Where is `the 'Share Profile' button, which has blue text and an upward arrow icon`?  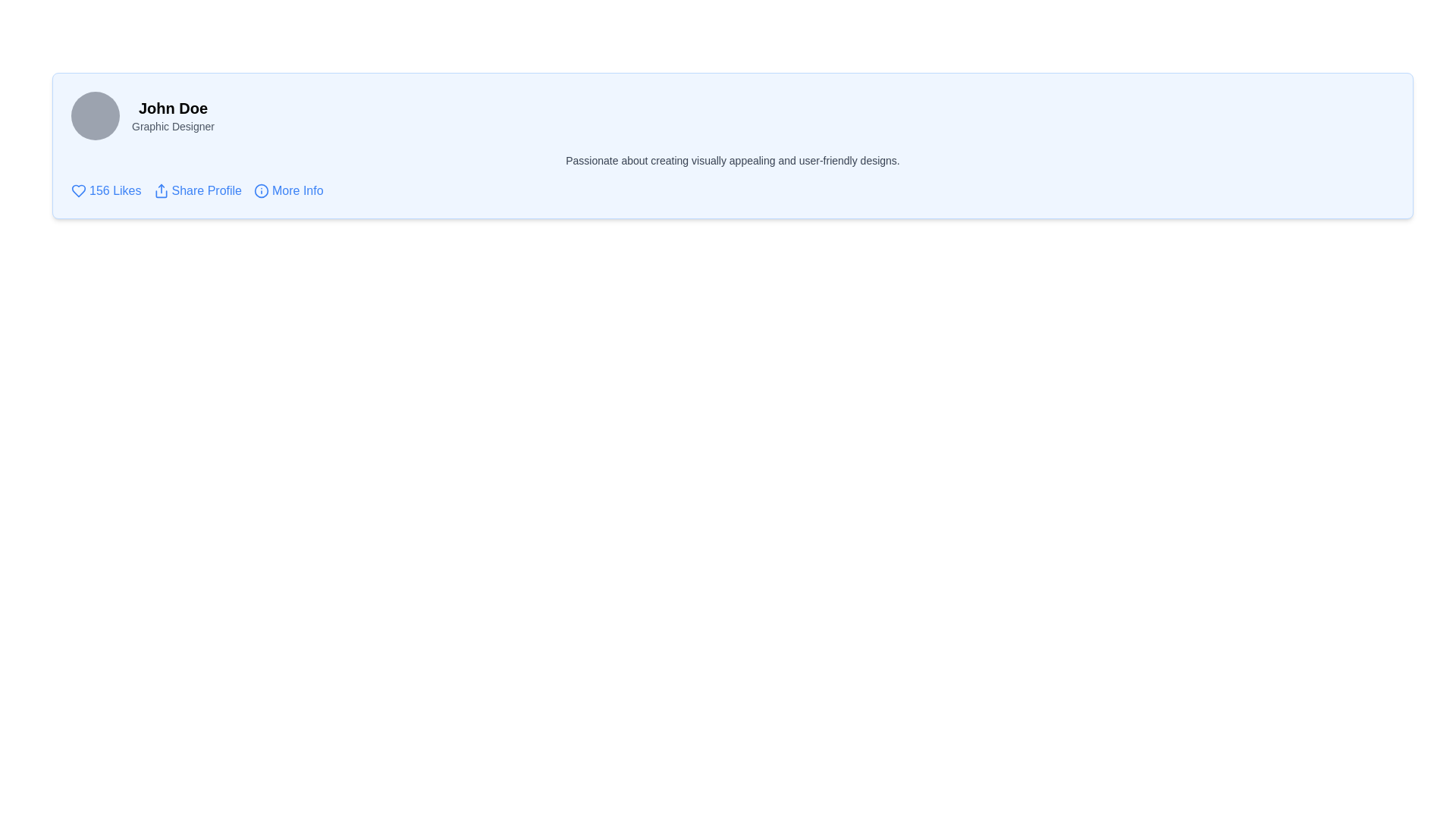 the 'Share Profile' button, which has blue text and an upward arrow icon is located at coordinates (196, 190).